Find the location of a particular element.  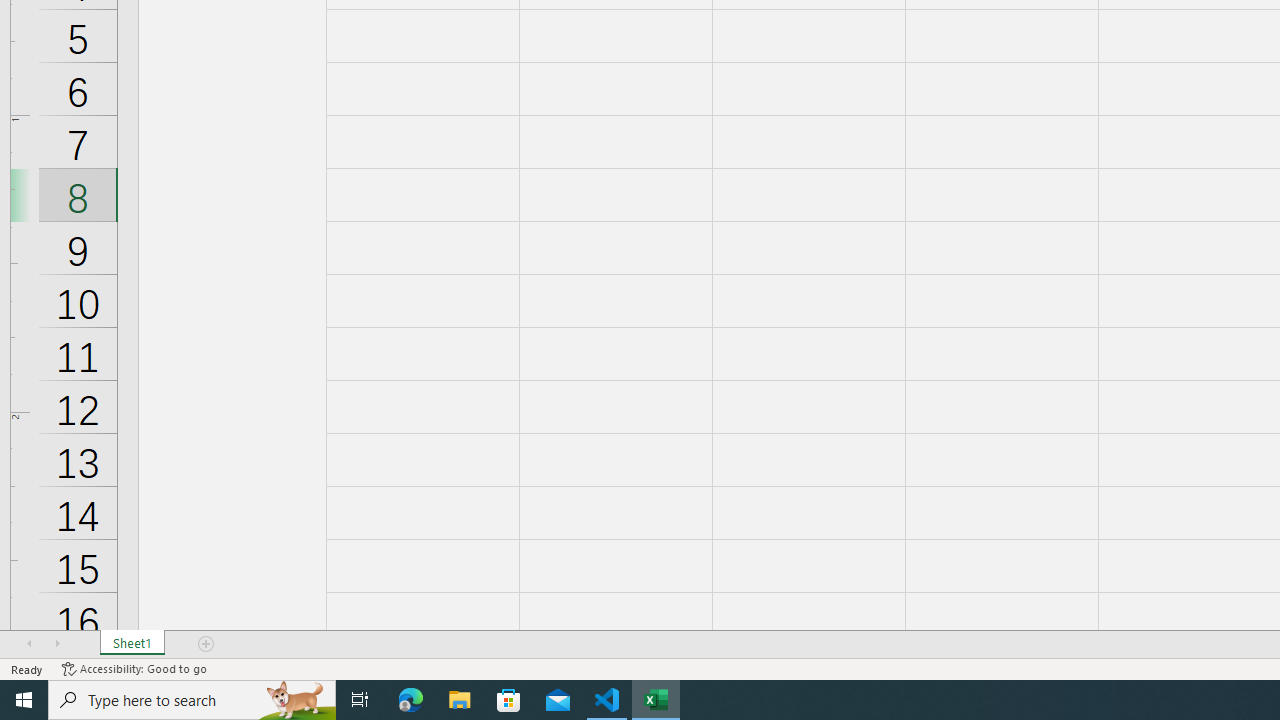

'Sheet1' is located at coordinates (131, 644).